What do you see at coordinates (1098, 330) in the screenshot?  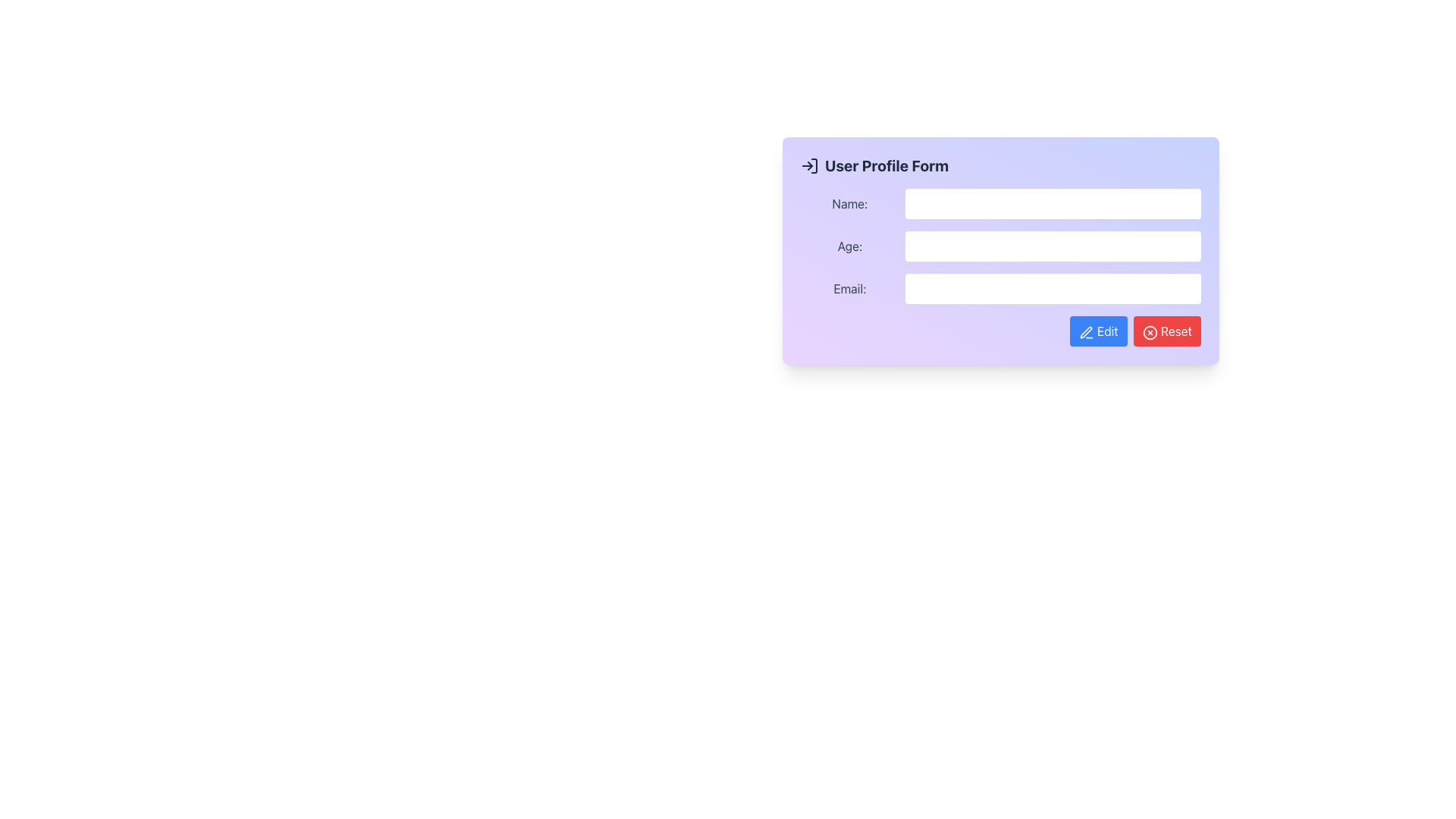 I see `the blue rounded rectangular button labeled 'Edit' with a white pen icon to initiate editing` at bounding box center [1098, 330].